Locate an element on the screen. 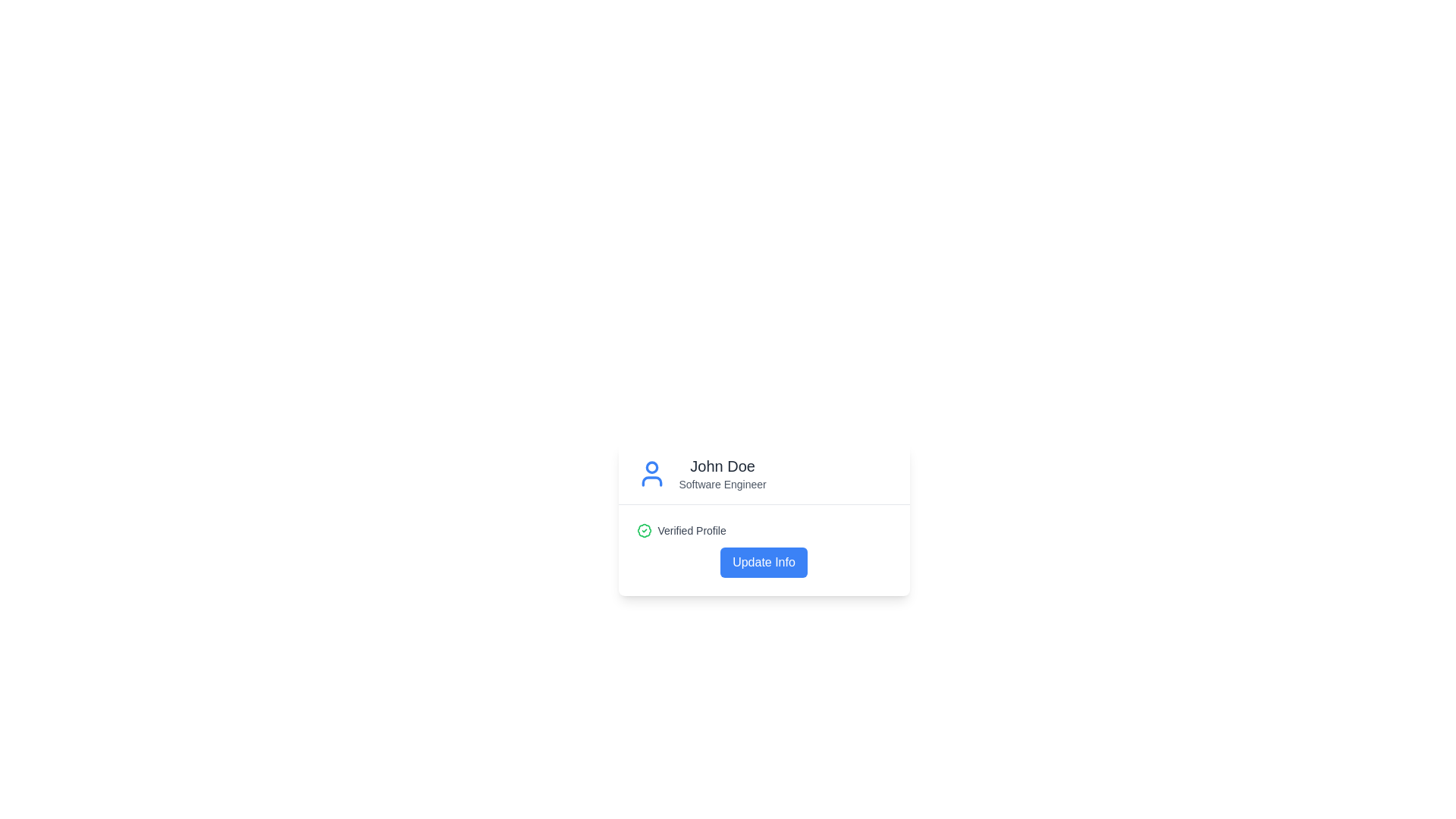 This screenshot has width=1456, height=819. the descriptive text displaying the name 'John Doe' which is located above the text 'Software Engineer' in the profile layout is located at coordinates (722, 465).